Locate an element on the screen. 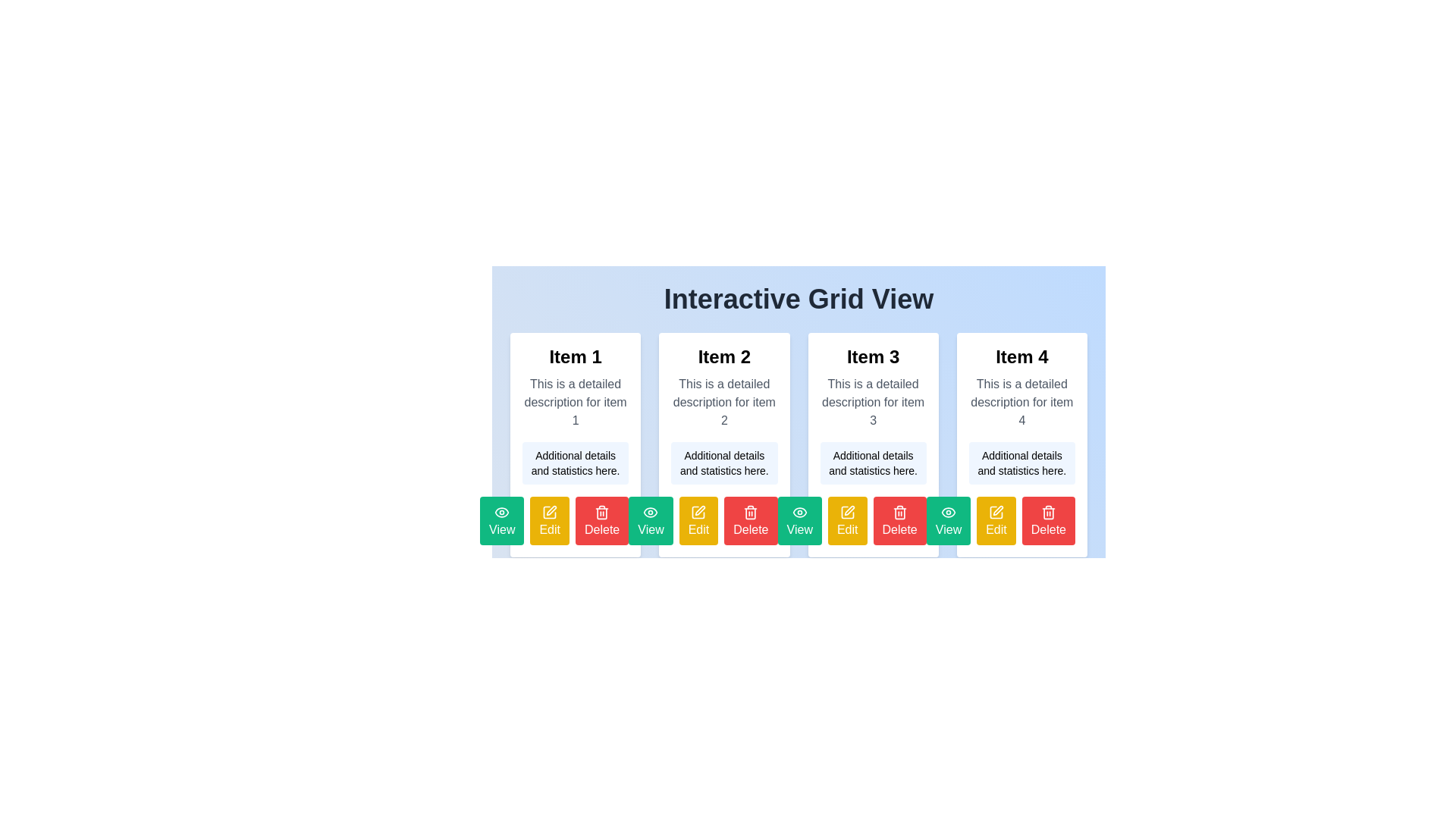 The height and width of the screenshot is (819, 1456). the decorative delete action icon located on the bottom-right side of the second card in the grid layout, which reinforces the delete button functionality is located at coordinates (751, 512).